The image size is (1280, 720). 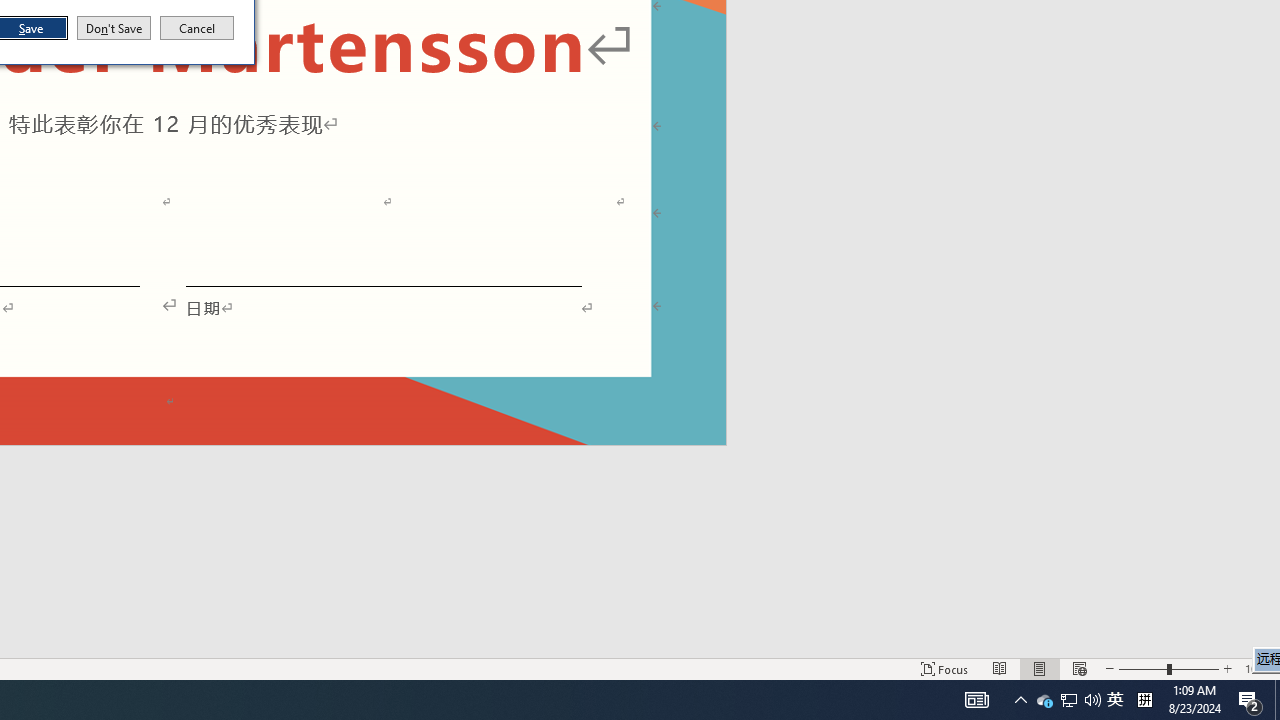 I want to click on 'Tray Input Indicator - Chinese (Simplified, China)', so click(x=1114, y=698).